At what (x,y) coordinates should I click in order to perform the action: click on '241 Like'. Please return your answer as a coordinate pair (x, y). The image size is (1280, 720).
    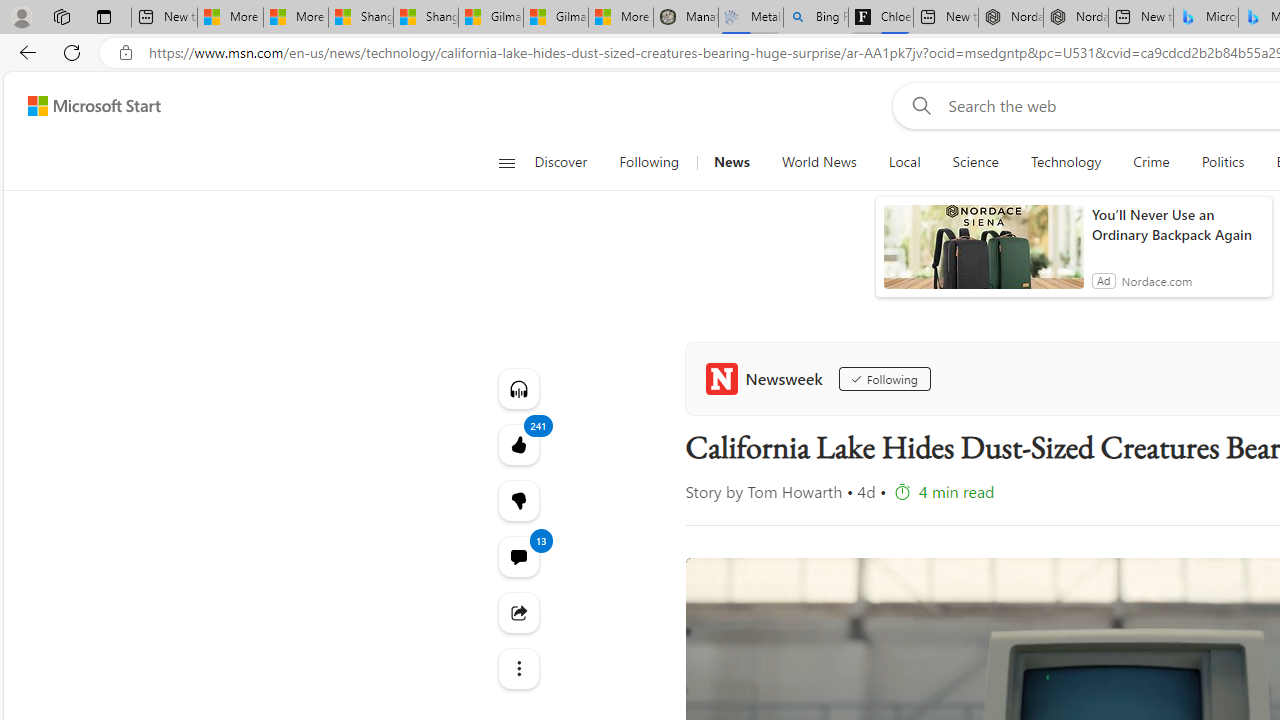
    Looking at the image, I should click on (518, 443).